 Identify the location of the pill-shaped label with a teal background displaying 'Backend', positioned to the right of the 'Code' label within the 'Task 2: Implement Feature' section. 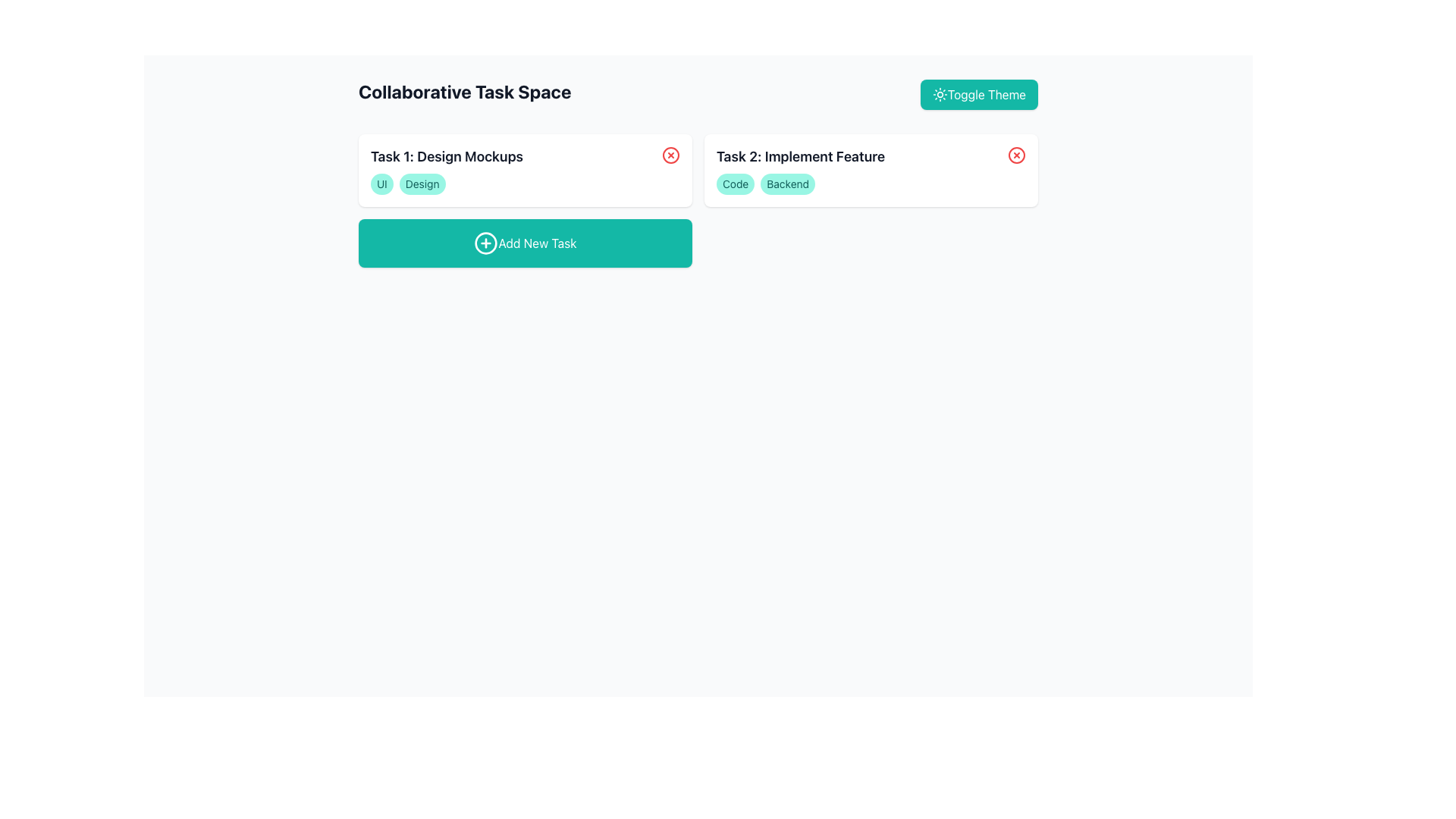
(788, 184).